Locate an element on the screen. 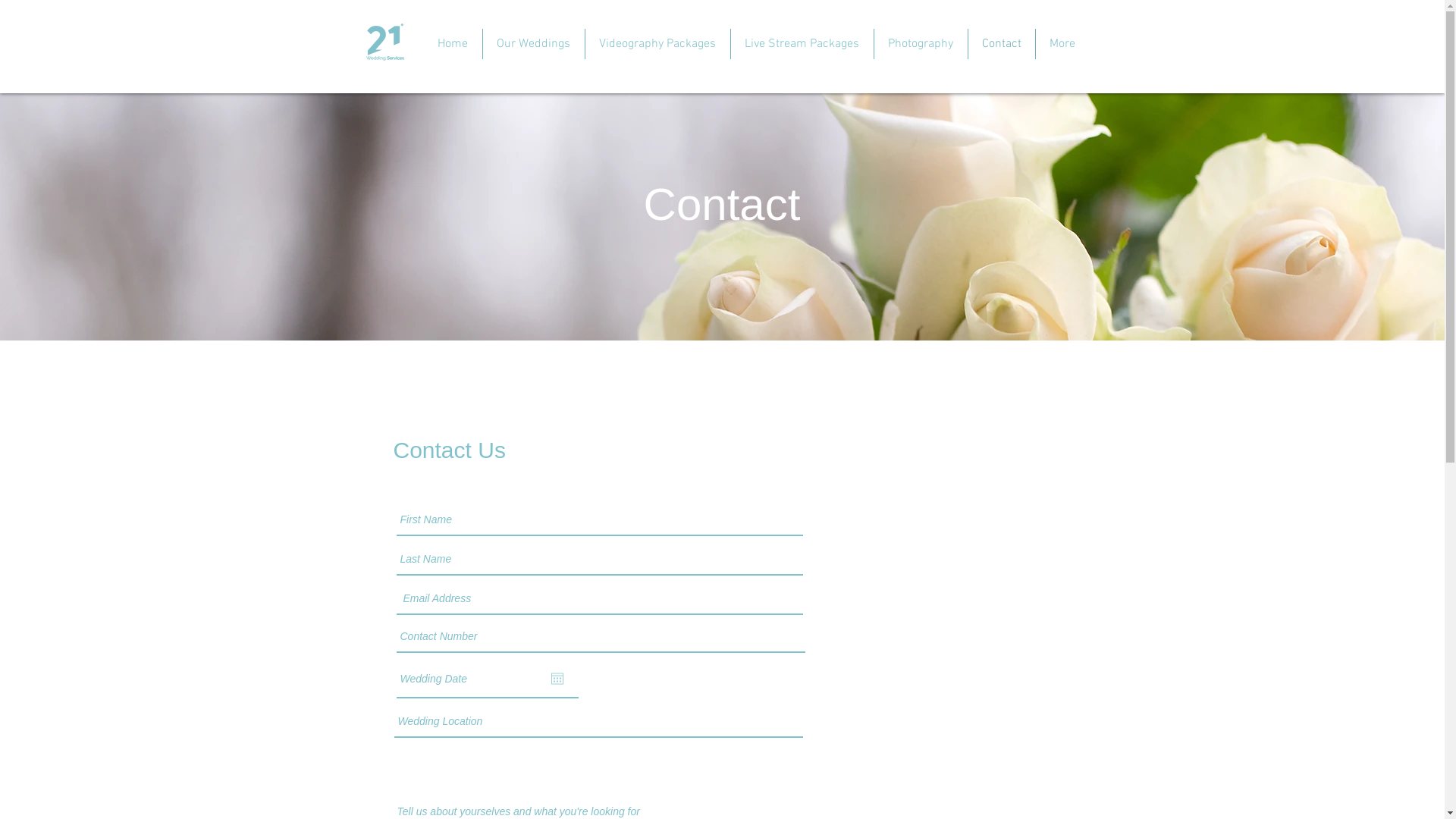  'Videography Packages' is located at coordinates (656, 42).